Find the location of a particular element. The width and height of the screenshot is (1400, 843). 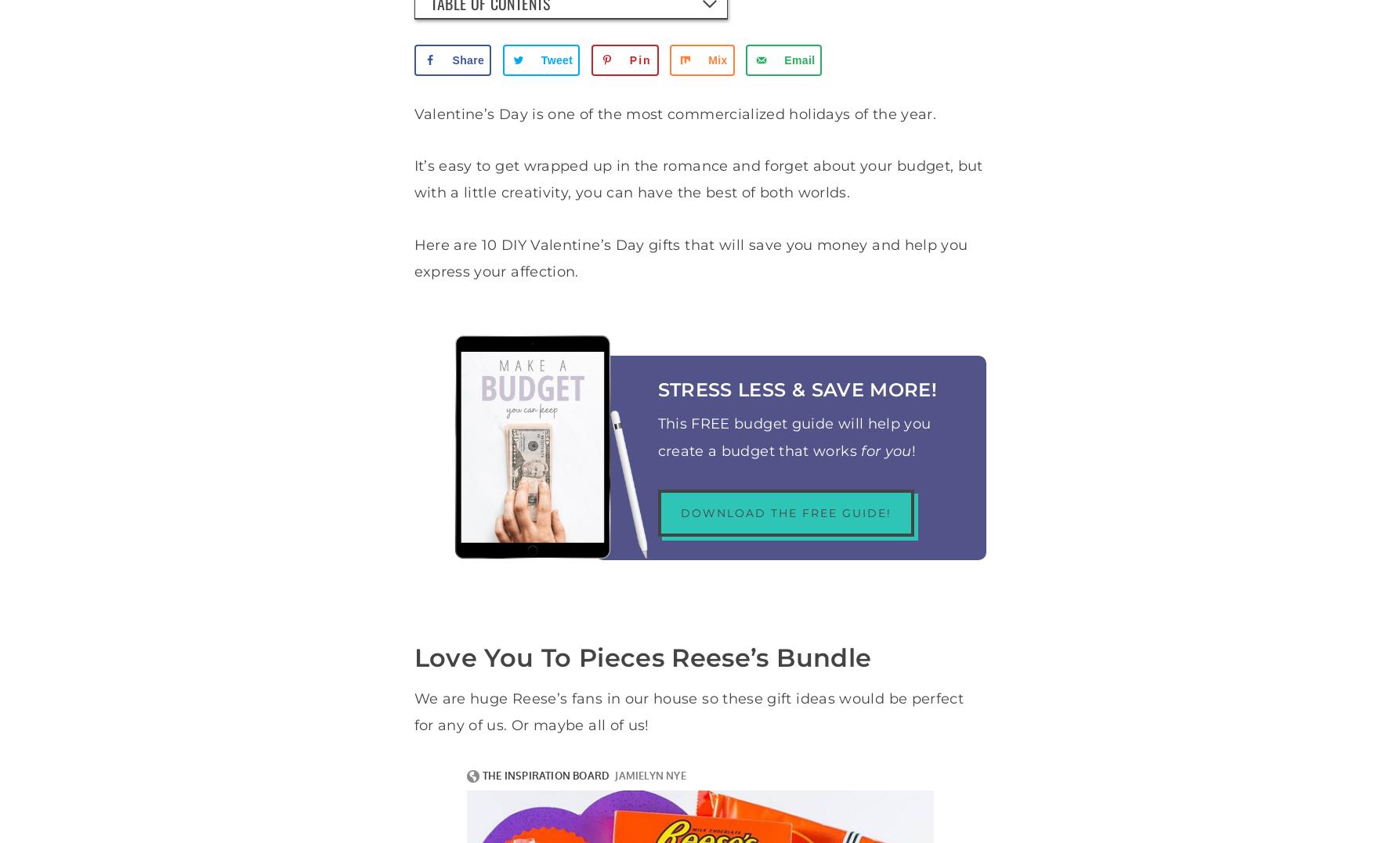

'Love You To Pieces Reese’s Bundle' is located at coordinates (642, 656).